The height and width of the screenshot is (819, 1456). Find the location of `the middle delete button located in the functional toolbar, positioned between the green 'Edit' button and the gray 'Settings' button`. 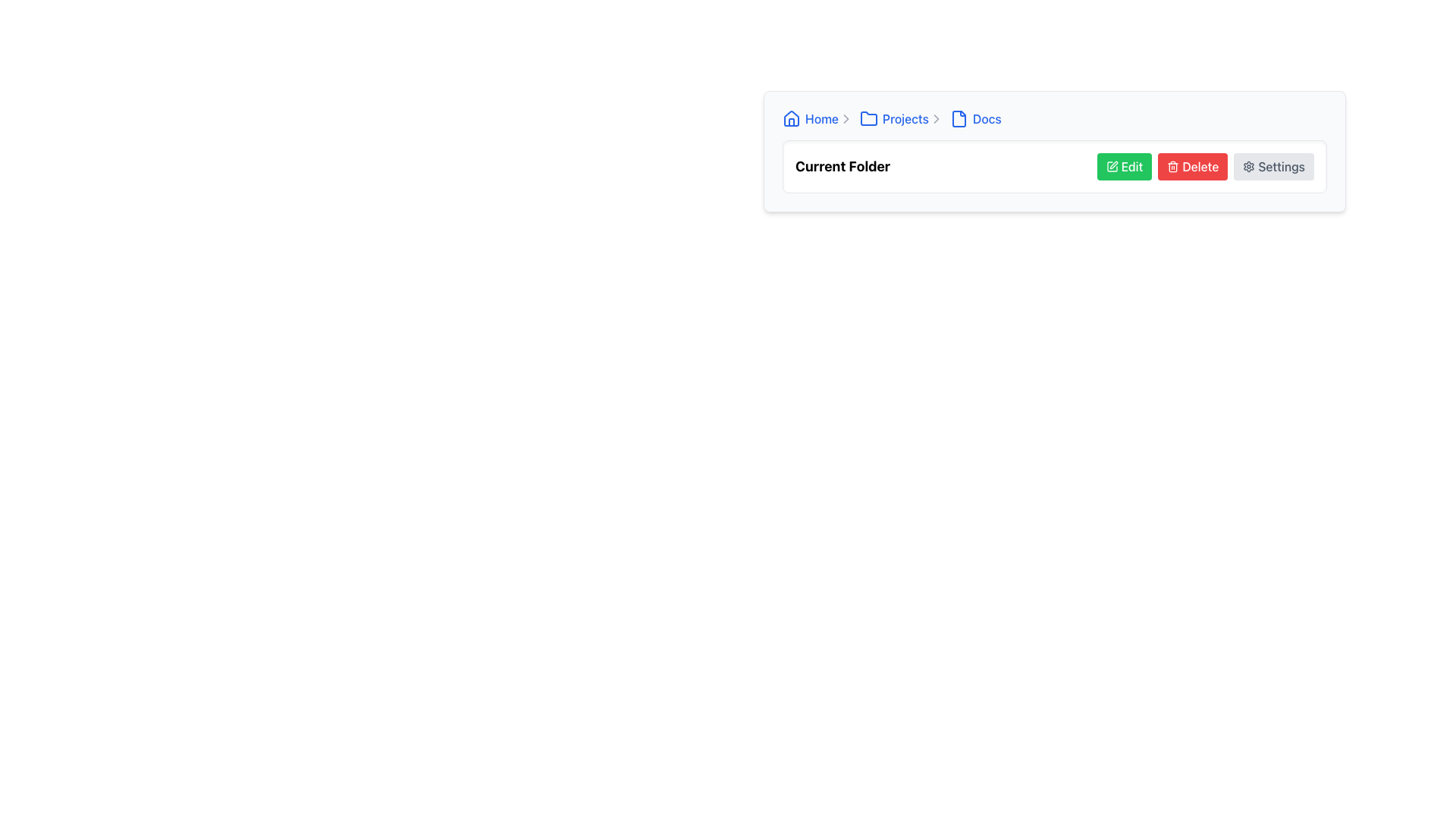

the middle delete button located in the functional toolbar, positioned between the green 'Edit' button and the gray 'Settings' button is located at coordinates (1192, 166).